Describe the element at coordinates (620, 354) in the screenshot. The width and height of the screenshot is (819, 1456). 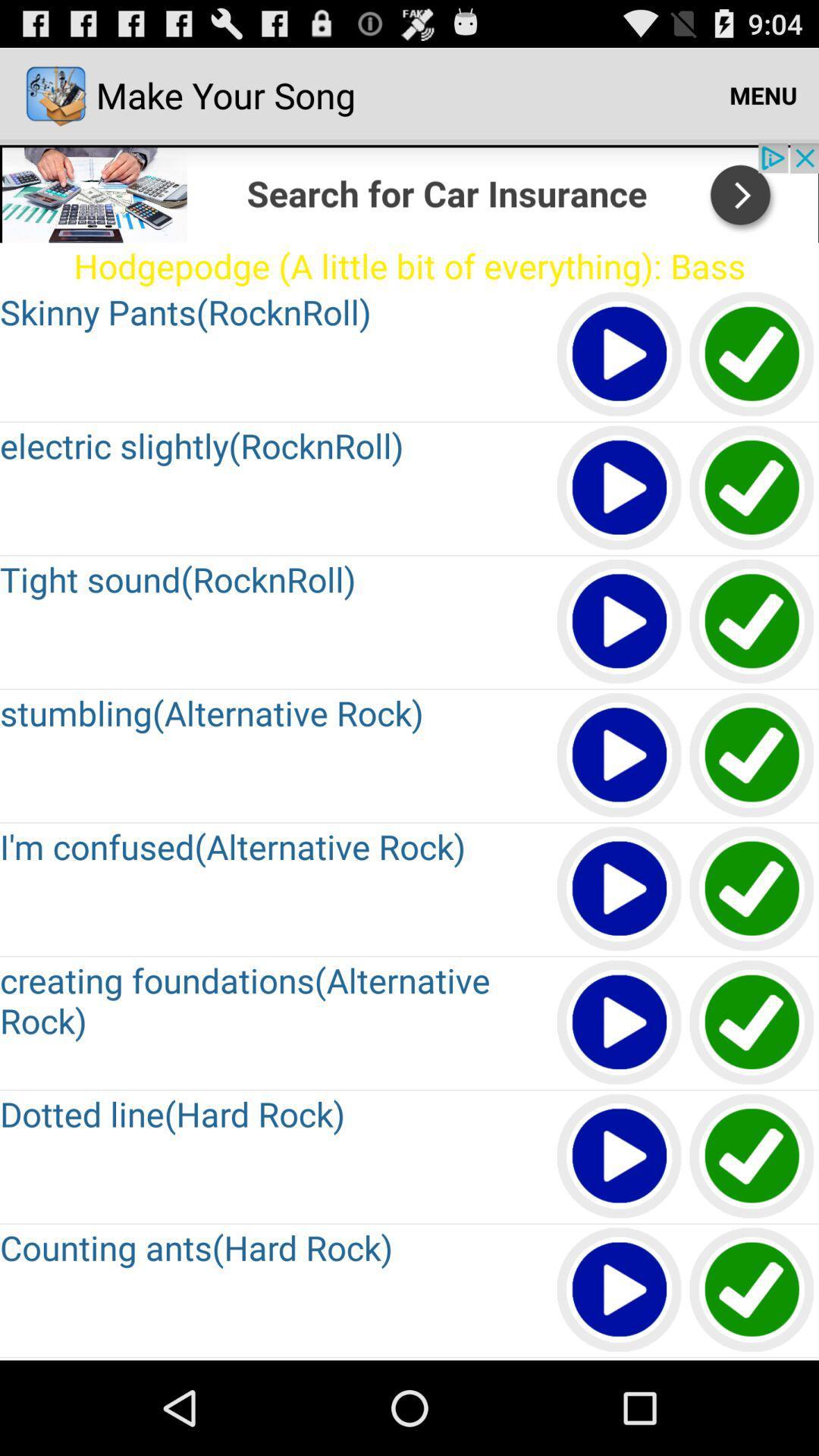
I see `click on play button` at that location.